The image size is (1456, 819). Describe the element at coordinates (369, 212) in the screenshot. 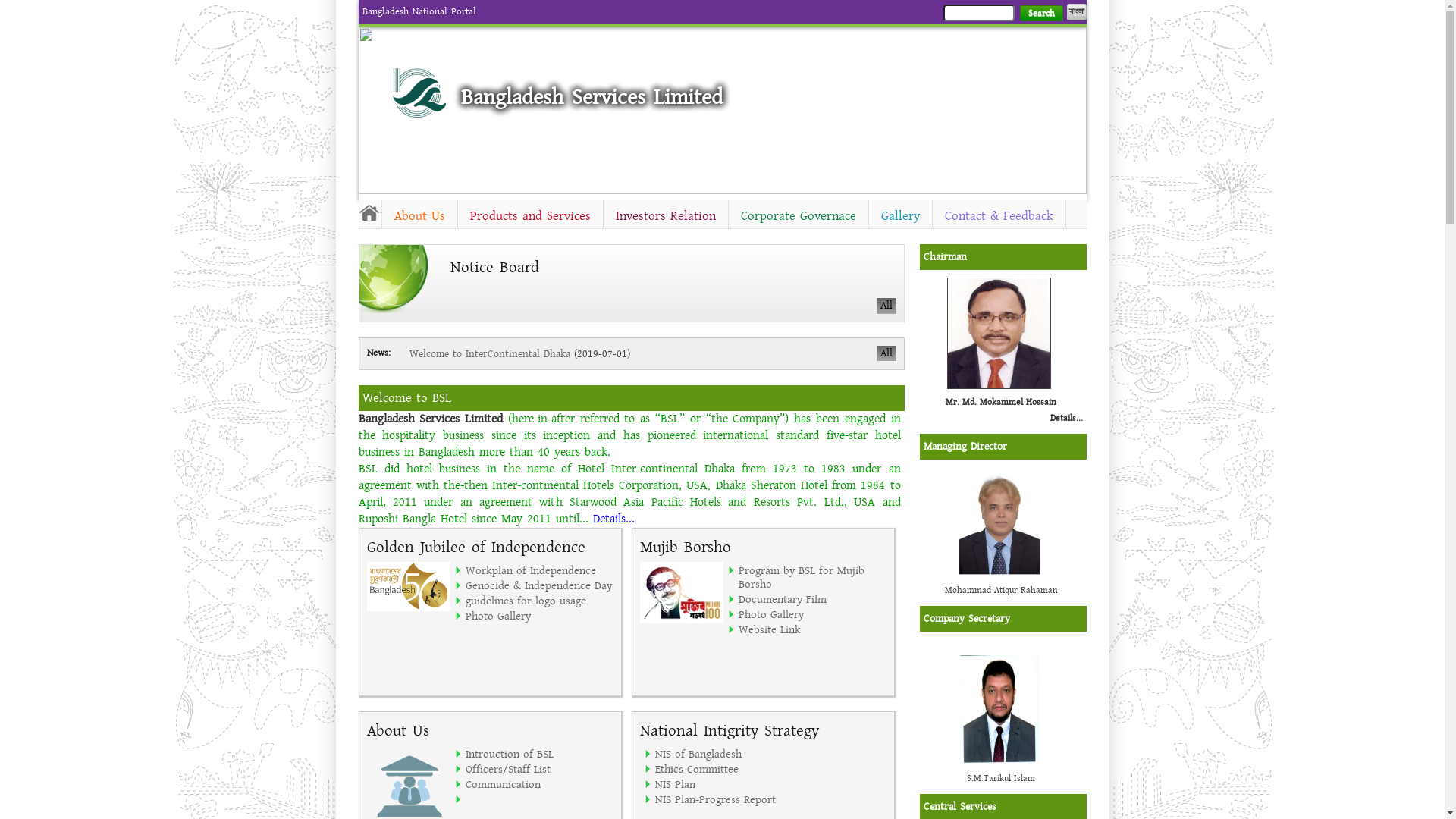

I see `'Home'` at that location.